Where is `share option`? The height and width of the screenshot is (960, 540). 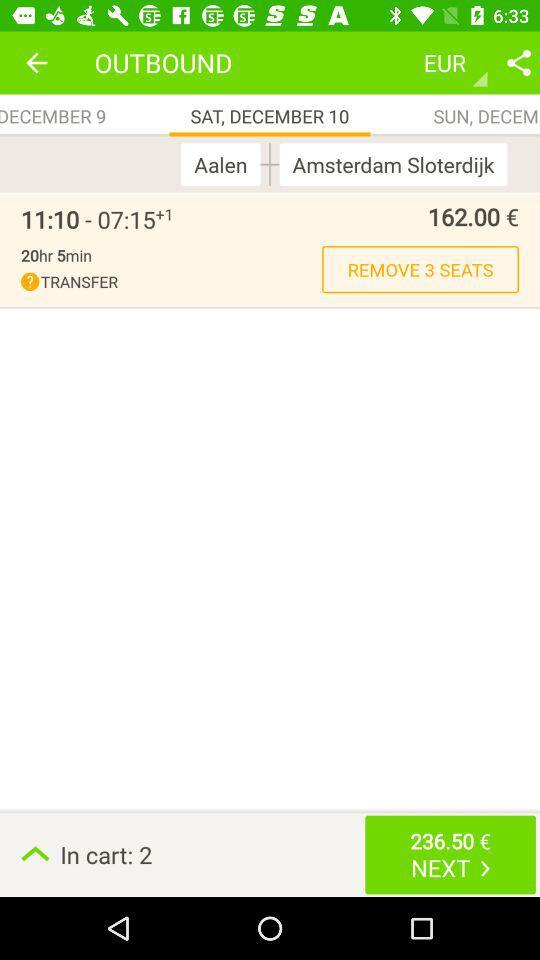 share option is located at coordinates (518, 62).